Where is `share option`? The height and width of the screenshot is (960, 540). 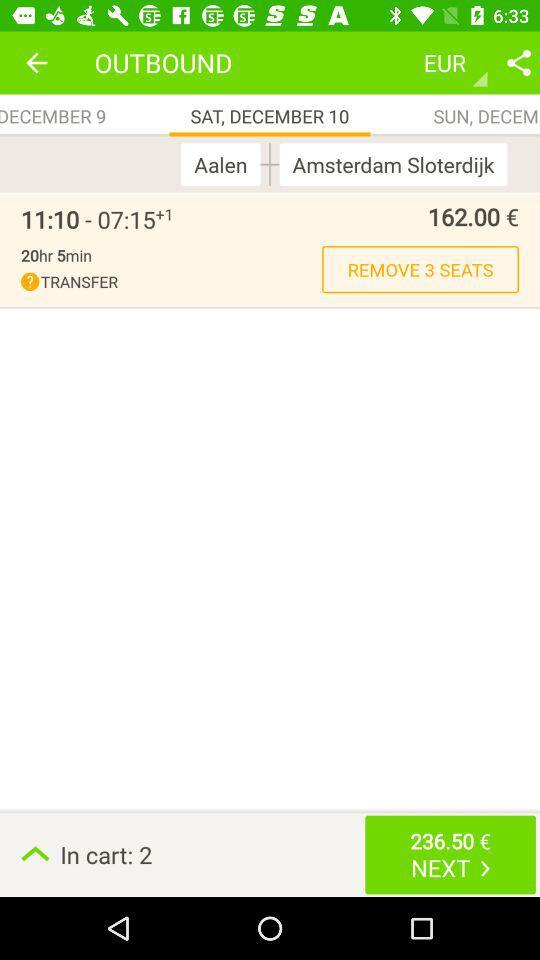 share option is located at coordinates (518, 62).